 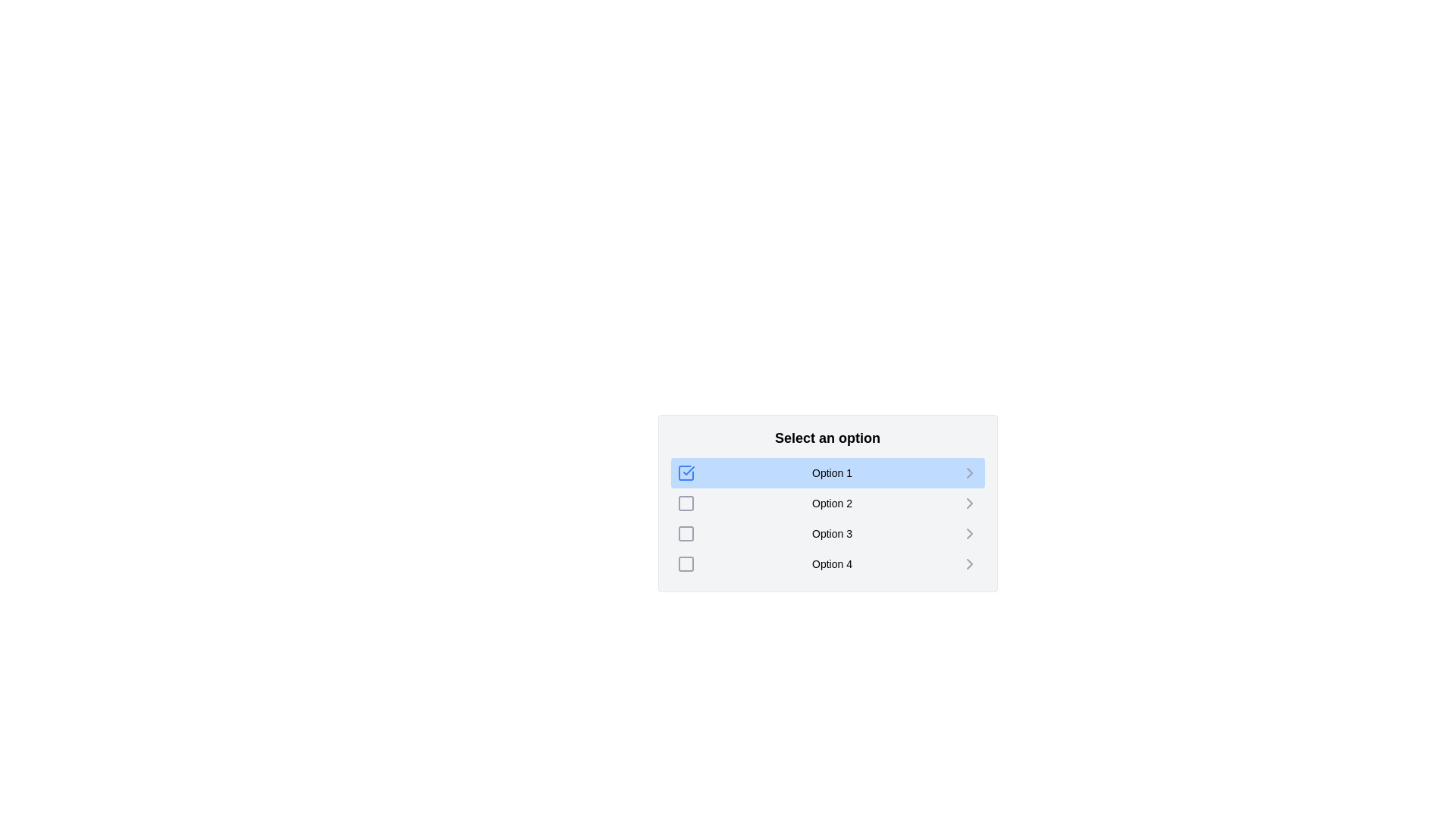 I want to click on the Checkbox icon, which is a blue-bordered square with a checkmark, located to the left of the text 'Option 1', so click(x=685, y=472).